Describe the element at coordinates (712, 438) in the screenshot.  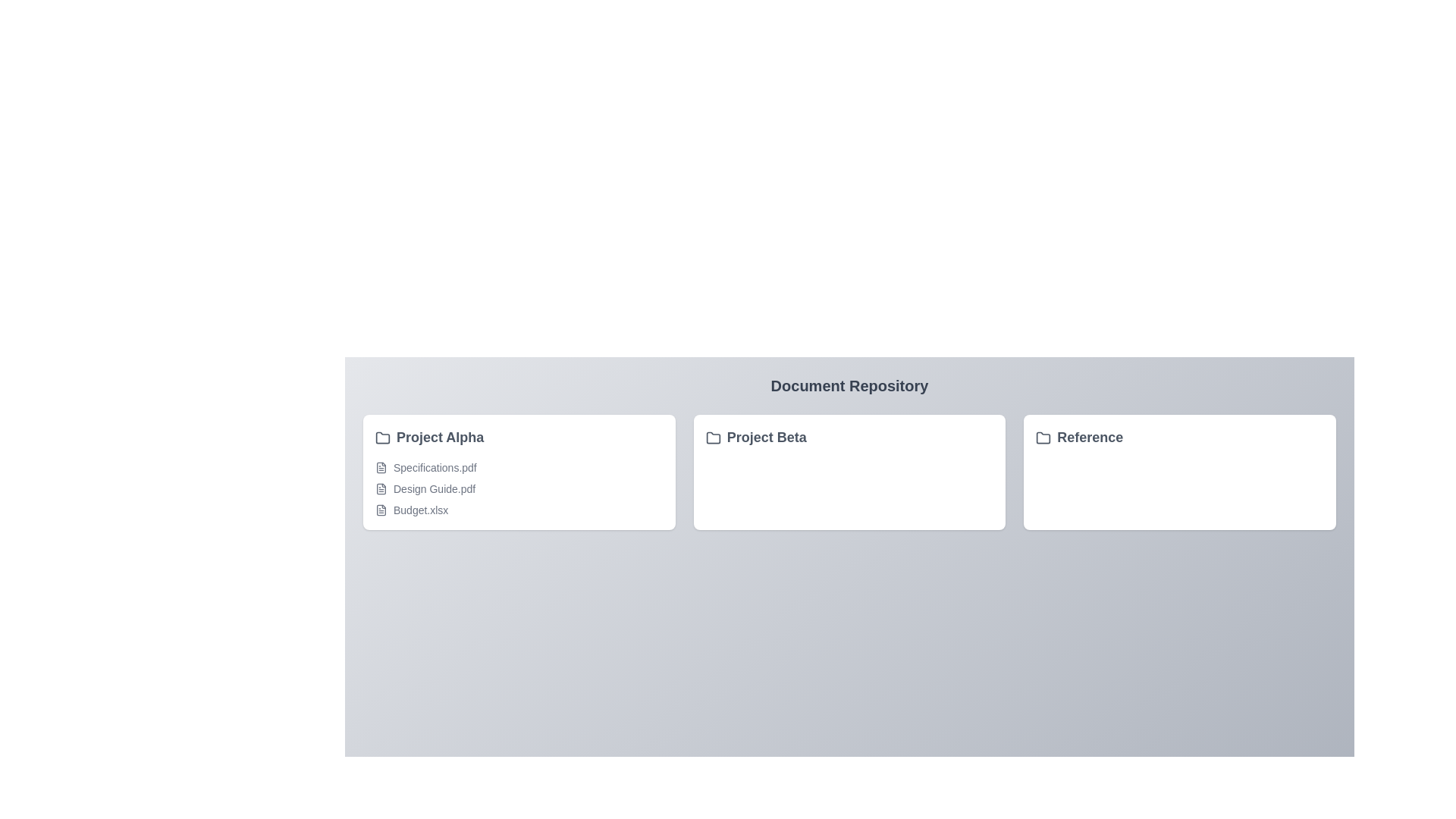
I see `the folder icon representing 'Project Beta', which is located in the header section, directly preceding the text 'Project Beta'` at that location.